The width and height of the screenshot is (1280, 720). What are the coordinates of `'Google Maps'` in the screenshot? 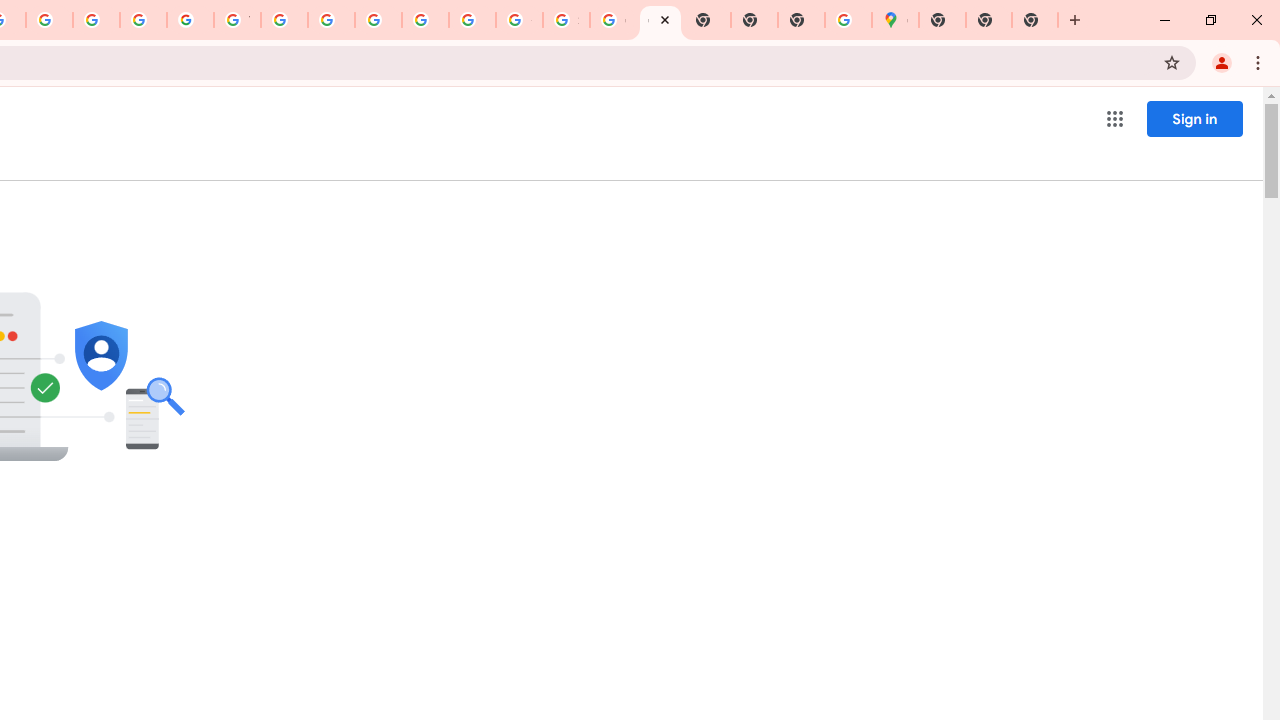 It's located at (894, 20).